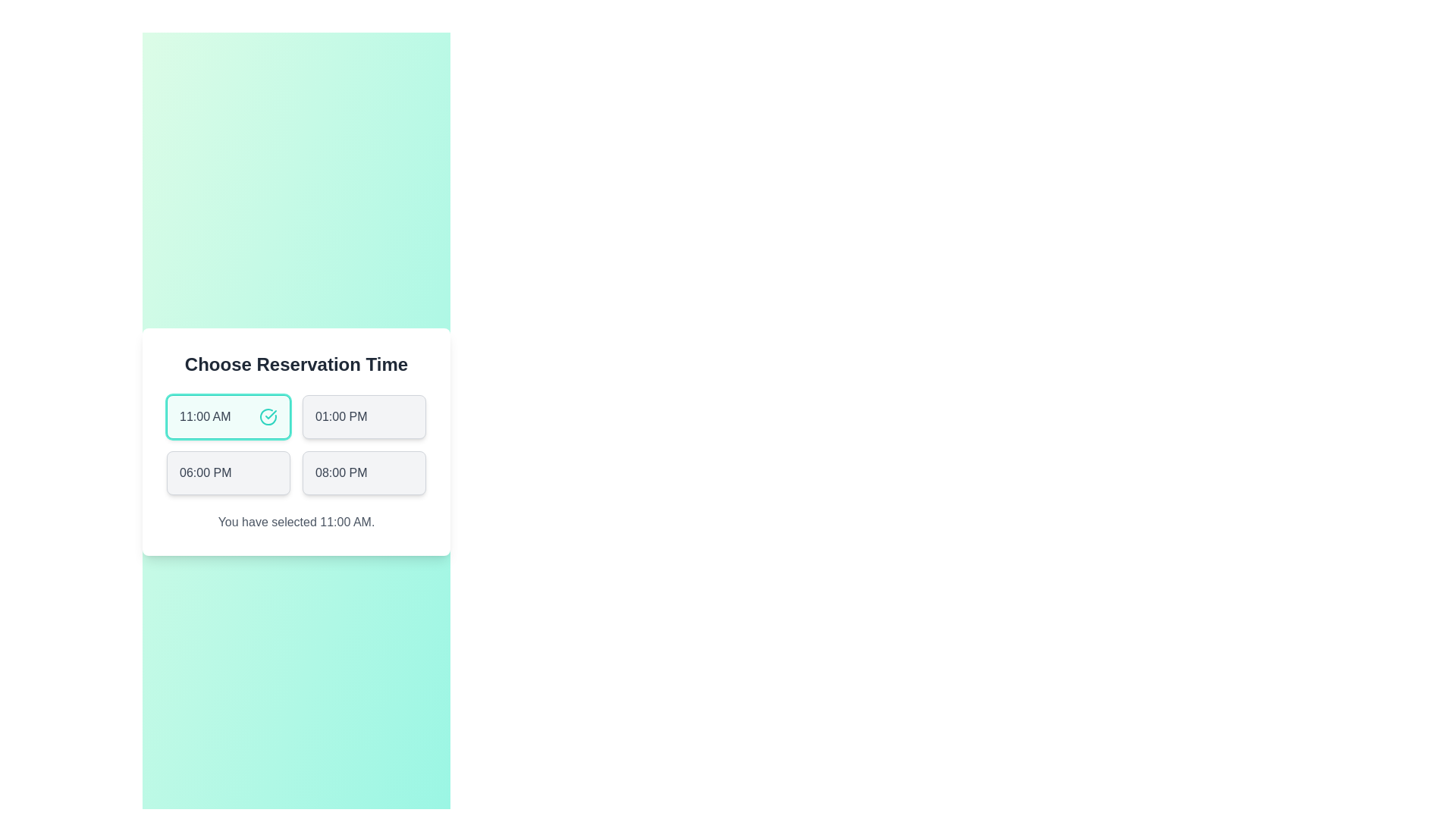 The width and height of the screenshot is (1456, 819). What do you see at coordinates (296, 441) in the screenshot?
I see `the Interactive button grid for selecting a reservation time` at bounding box center [296, 441].